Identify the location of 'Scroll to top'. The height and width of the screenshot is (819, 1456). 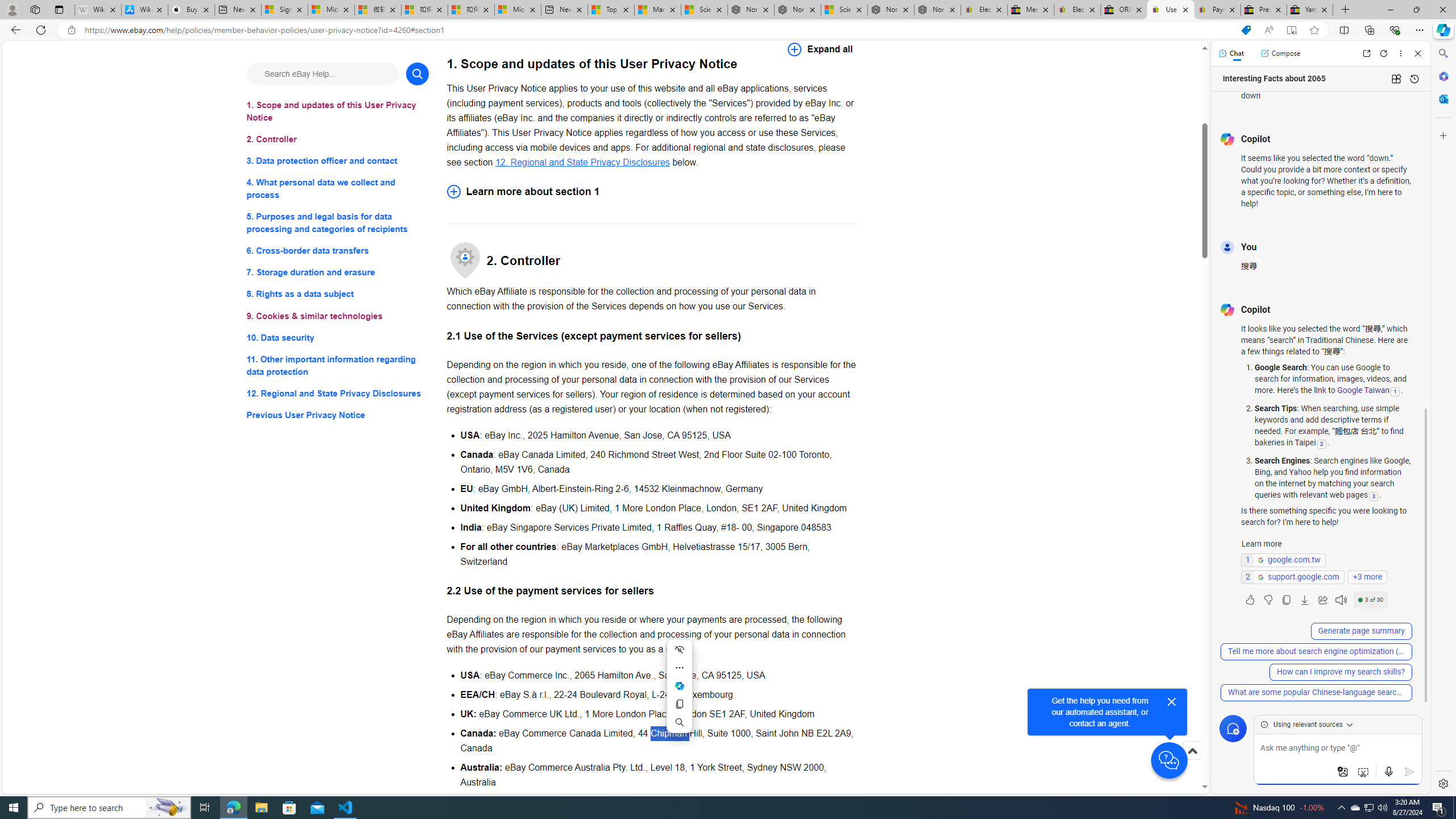
(1192, 750).